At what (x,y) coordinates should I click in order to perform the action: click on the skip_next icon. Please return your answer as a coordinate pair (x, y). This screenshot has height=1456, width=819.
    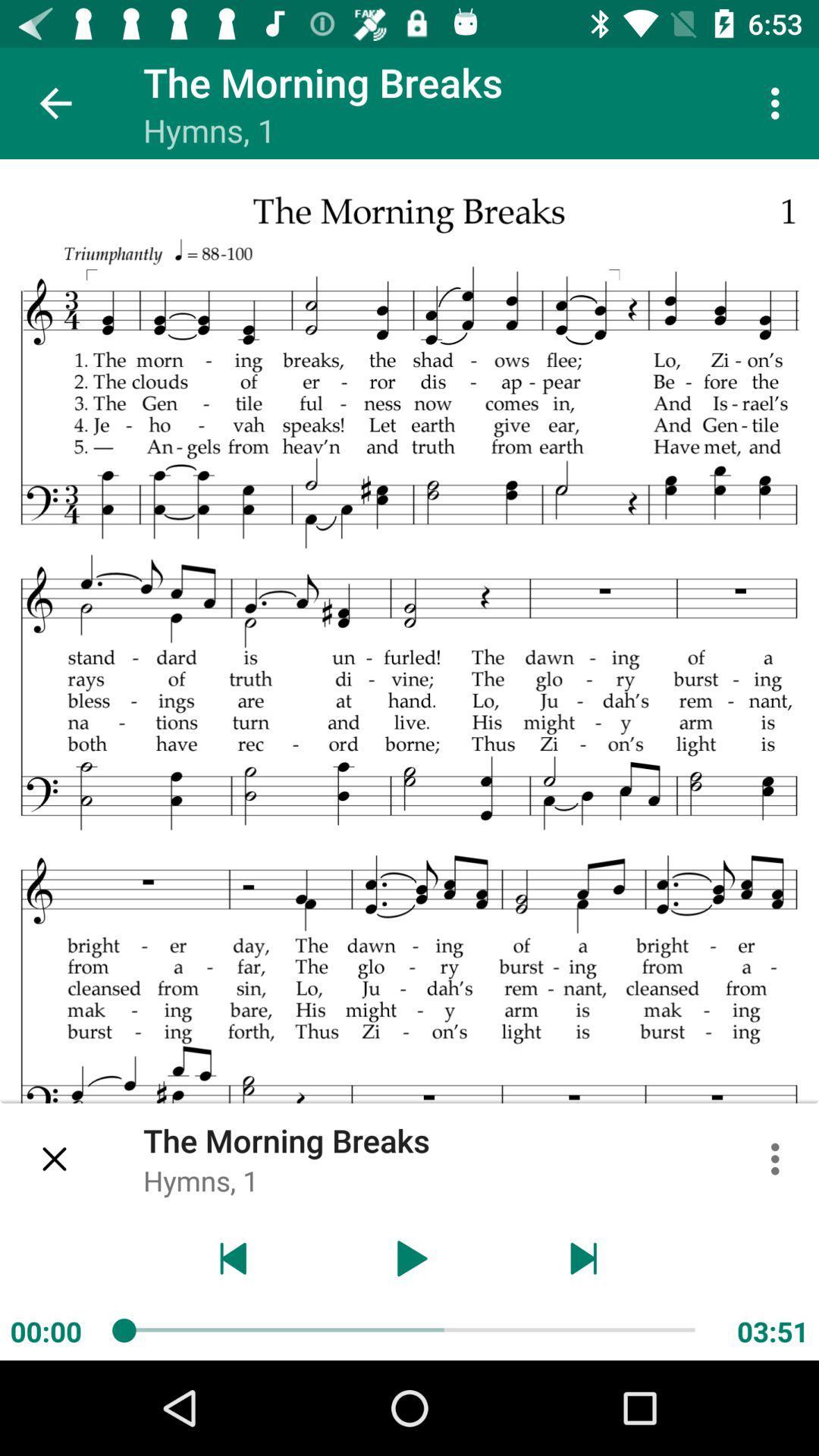
    Looking at the image, I should click on (584, 1258).